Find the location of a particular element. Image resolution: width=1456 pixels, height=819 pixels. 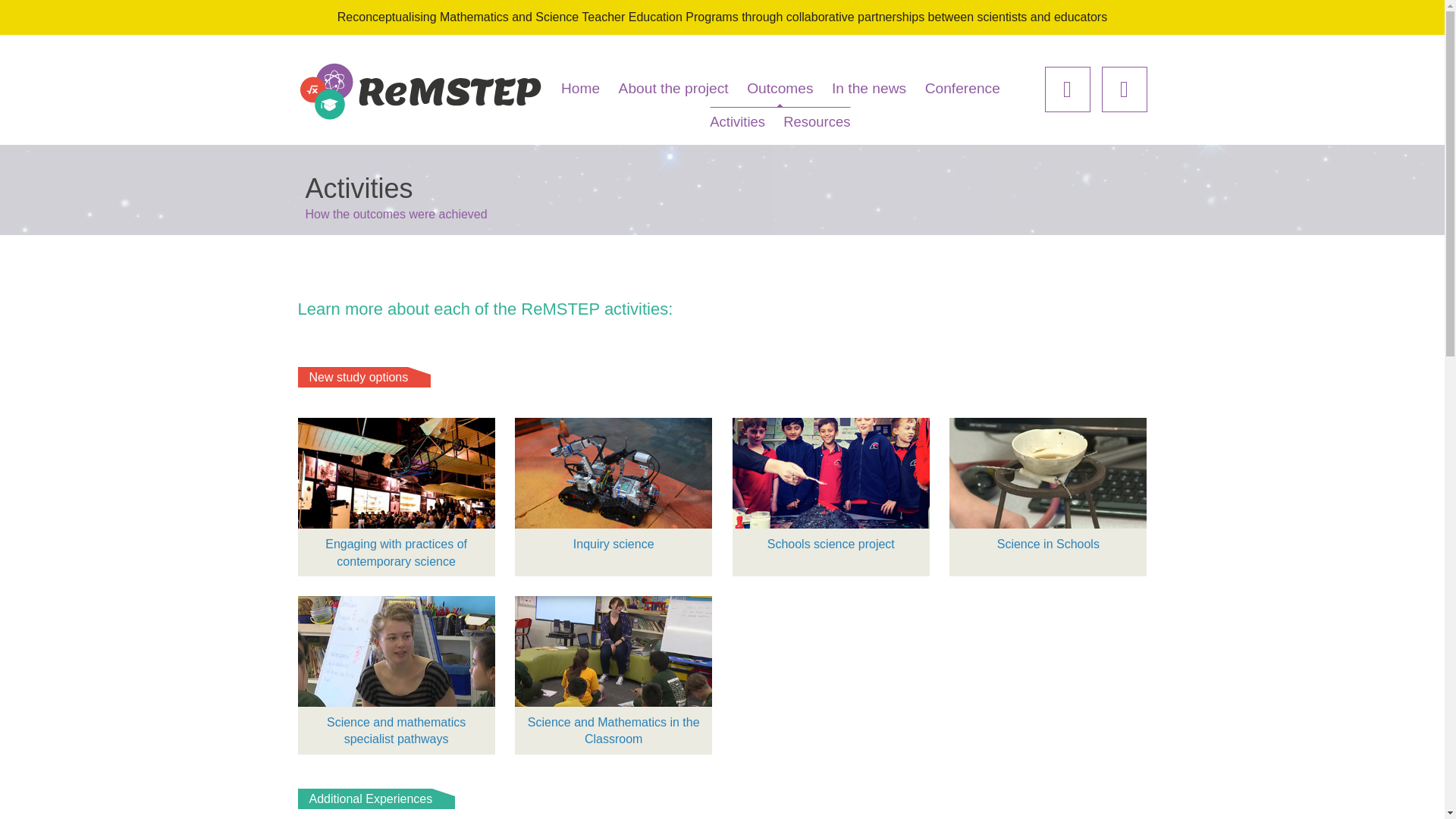

'Conference' is located at coordinates (962, 88).